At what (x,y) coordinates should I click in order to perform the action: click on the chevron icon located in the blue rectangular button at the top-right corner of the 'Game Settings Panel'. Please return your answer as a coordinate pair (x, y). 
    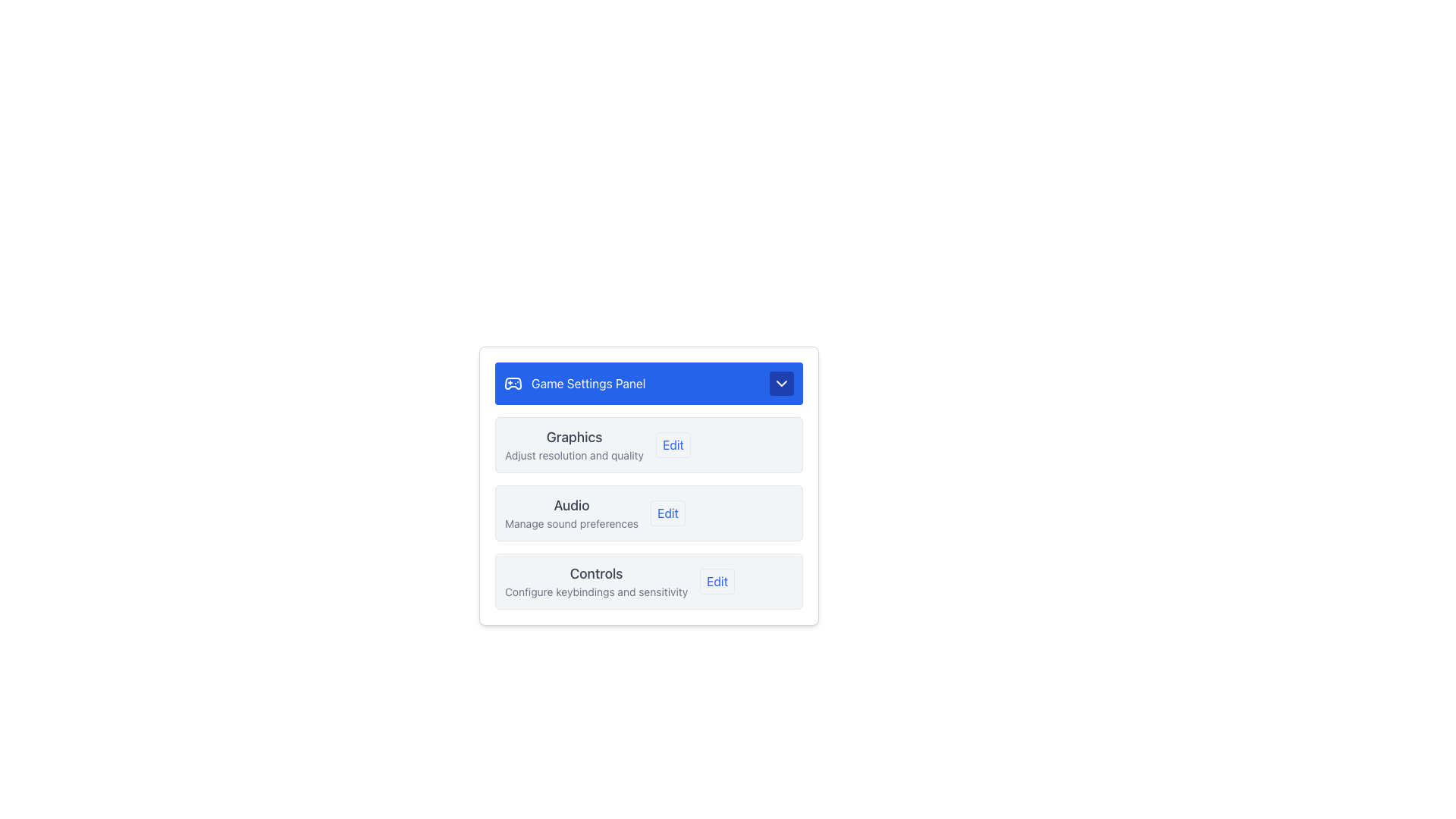
    Looking at the image, I should click on (782, 382).